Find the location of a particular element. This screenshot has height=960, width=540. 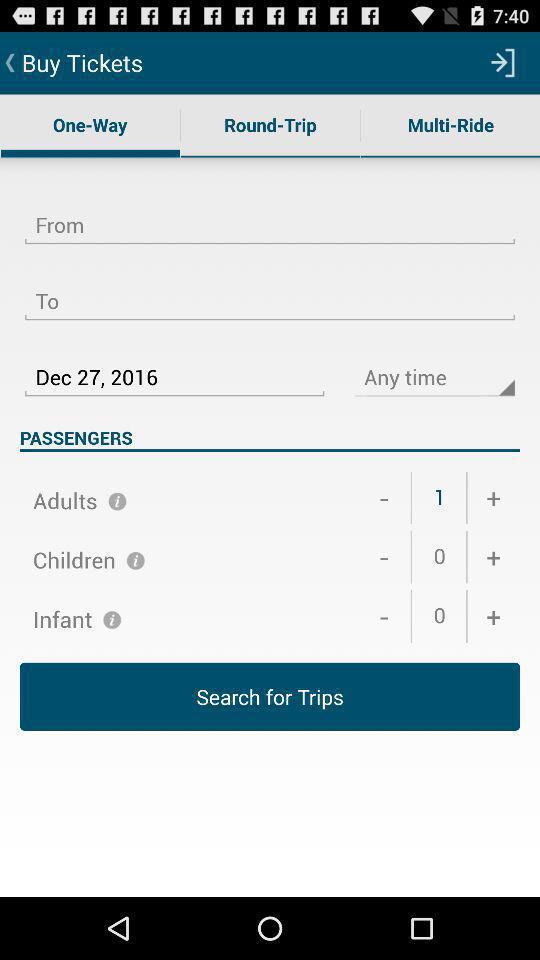

the app below one-way is located at coordinates (270, 213).